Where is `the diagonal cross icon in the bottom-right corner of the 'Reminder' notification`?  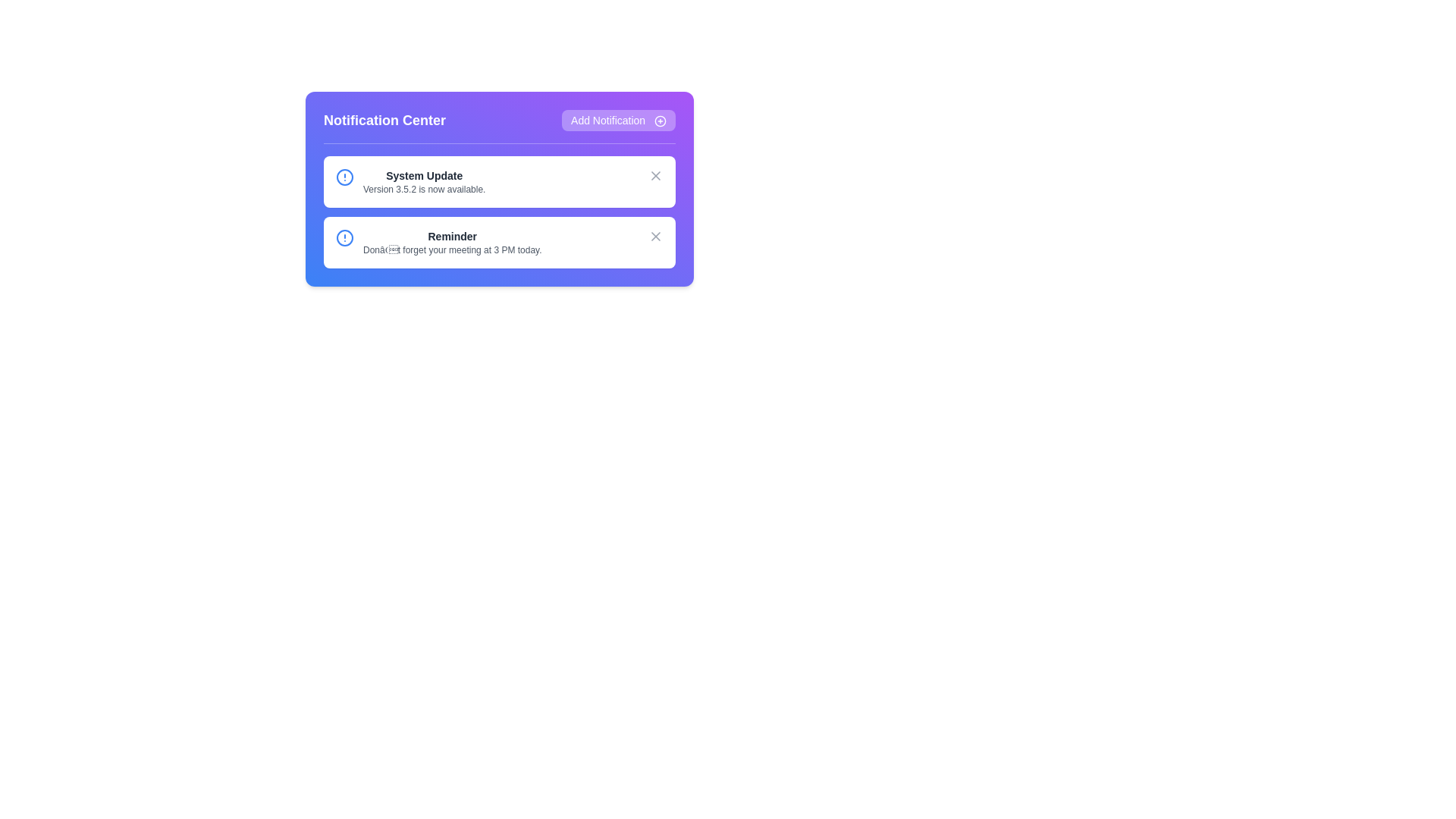 the diagonal cross icon in the bottom-right corner of the 'Reminder' notification is located at coordinates (655, 237).